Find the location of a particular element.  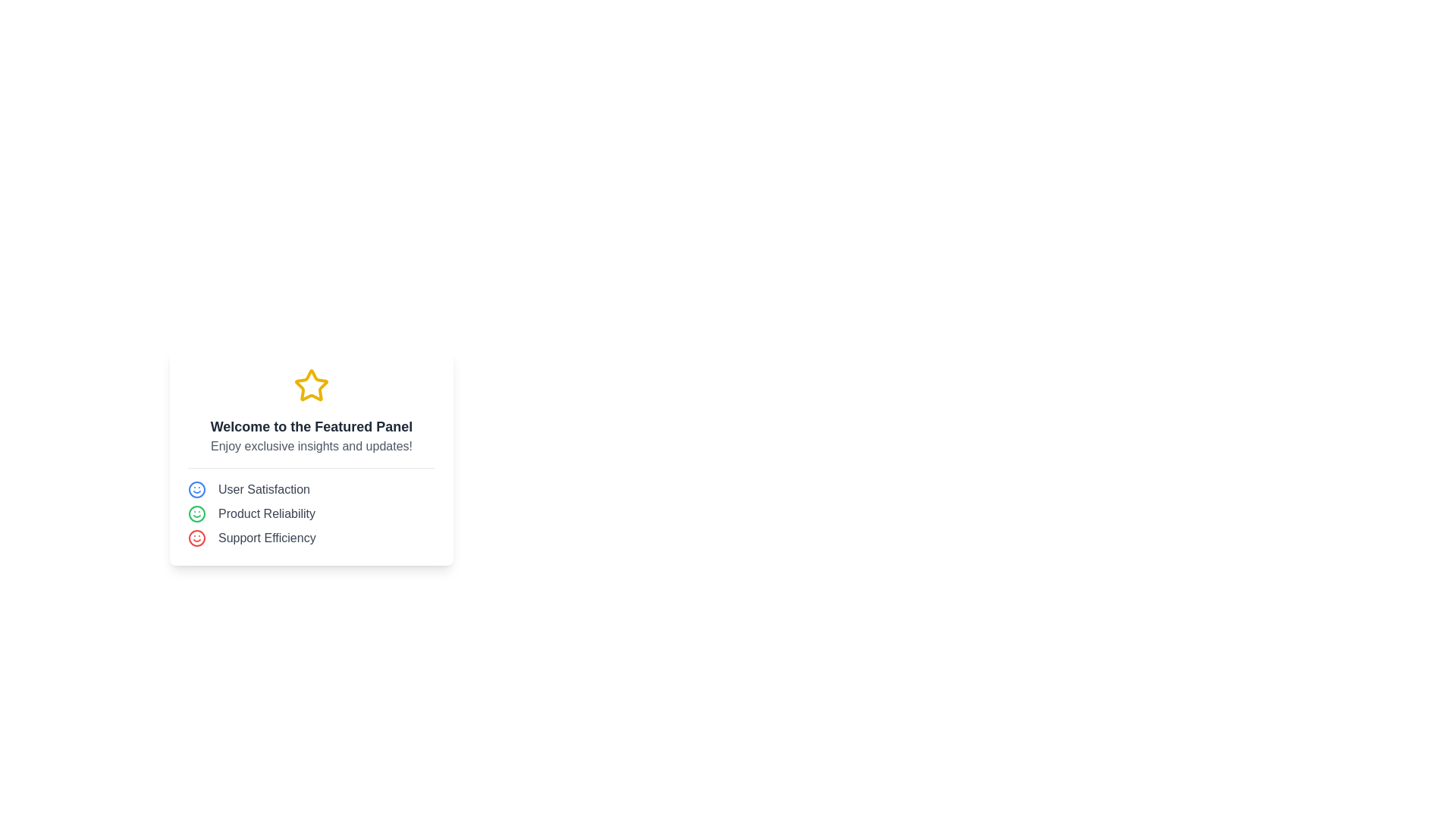

the SVG Circle that represents the boundary of a smiley face icon, centrally located among its facial features is located at coordinates (196, 489).